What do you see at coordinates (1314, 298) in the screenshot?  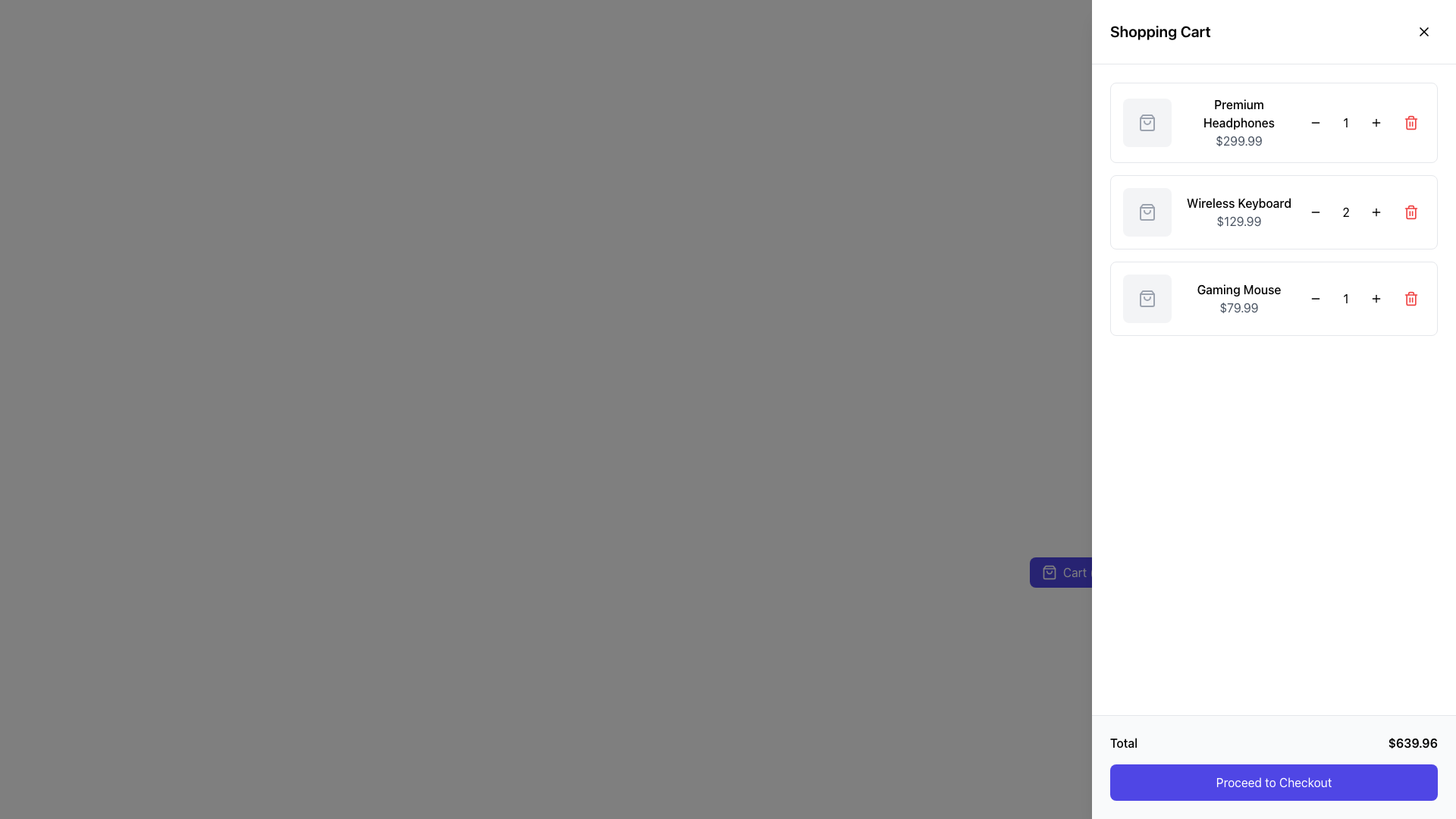 I see `the small circular minus button located next to the quantity label of 'Gaming Mouse' in the shopping cart to decrease the quantity` at bounding box center [1314, 298].